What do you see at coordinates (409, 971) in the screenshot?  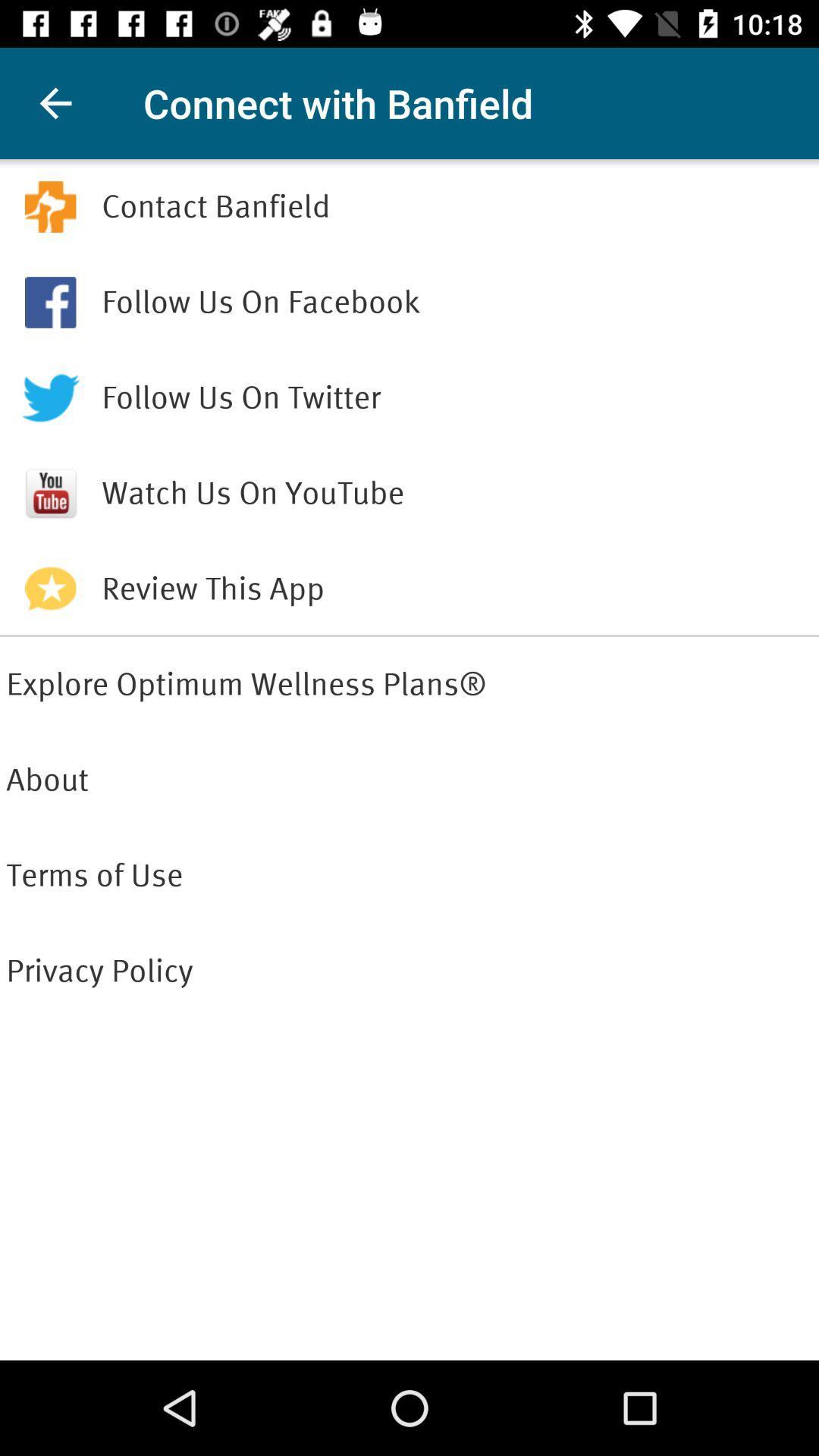 I see `privacy policy item` at bounding box center [409, 971].